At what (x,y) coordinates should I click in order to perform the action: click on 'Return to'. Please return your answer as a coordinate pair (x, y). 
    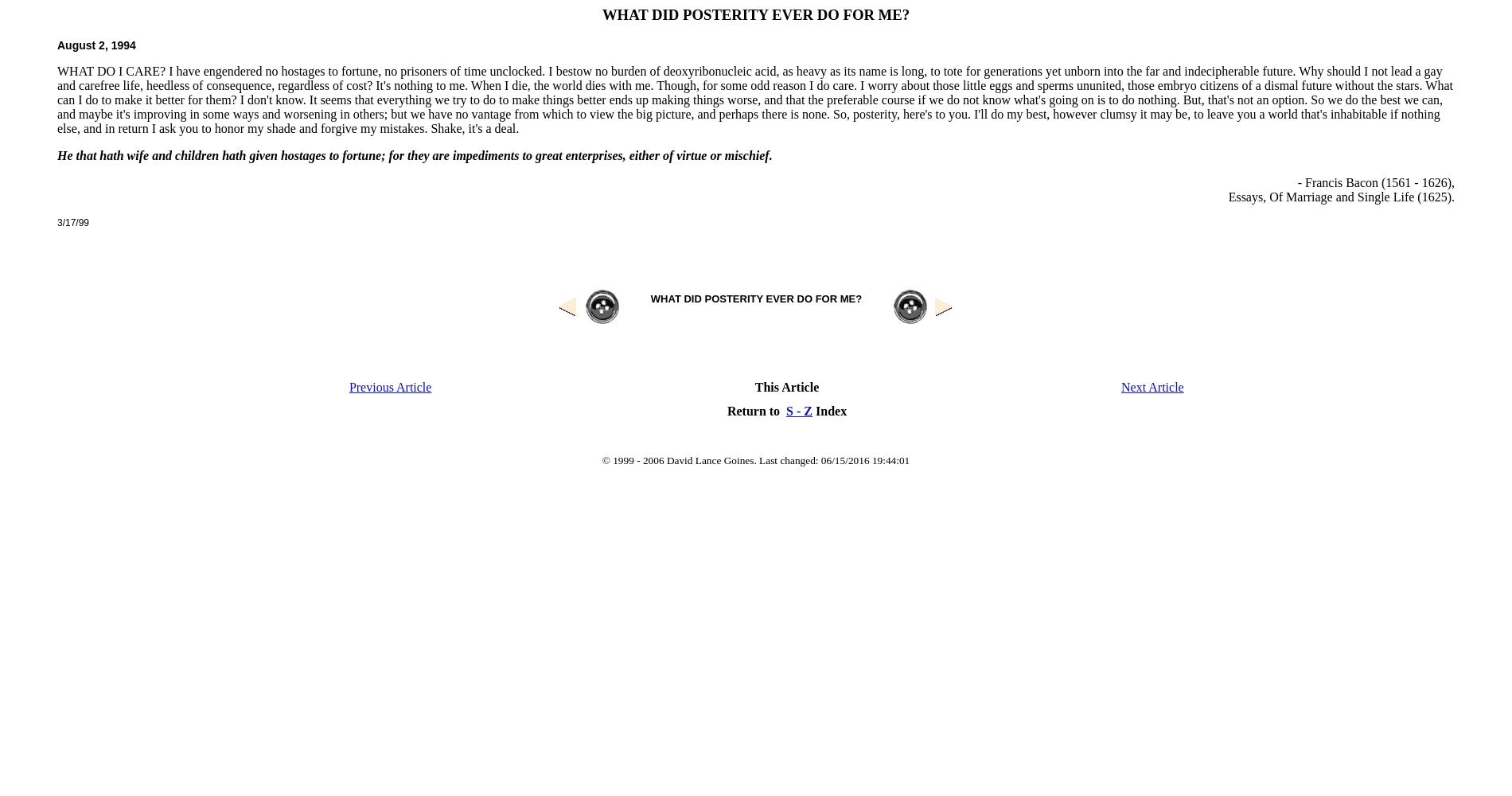
    Looking at the image, I should click on (756, 410).